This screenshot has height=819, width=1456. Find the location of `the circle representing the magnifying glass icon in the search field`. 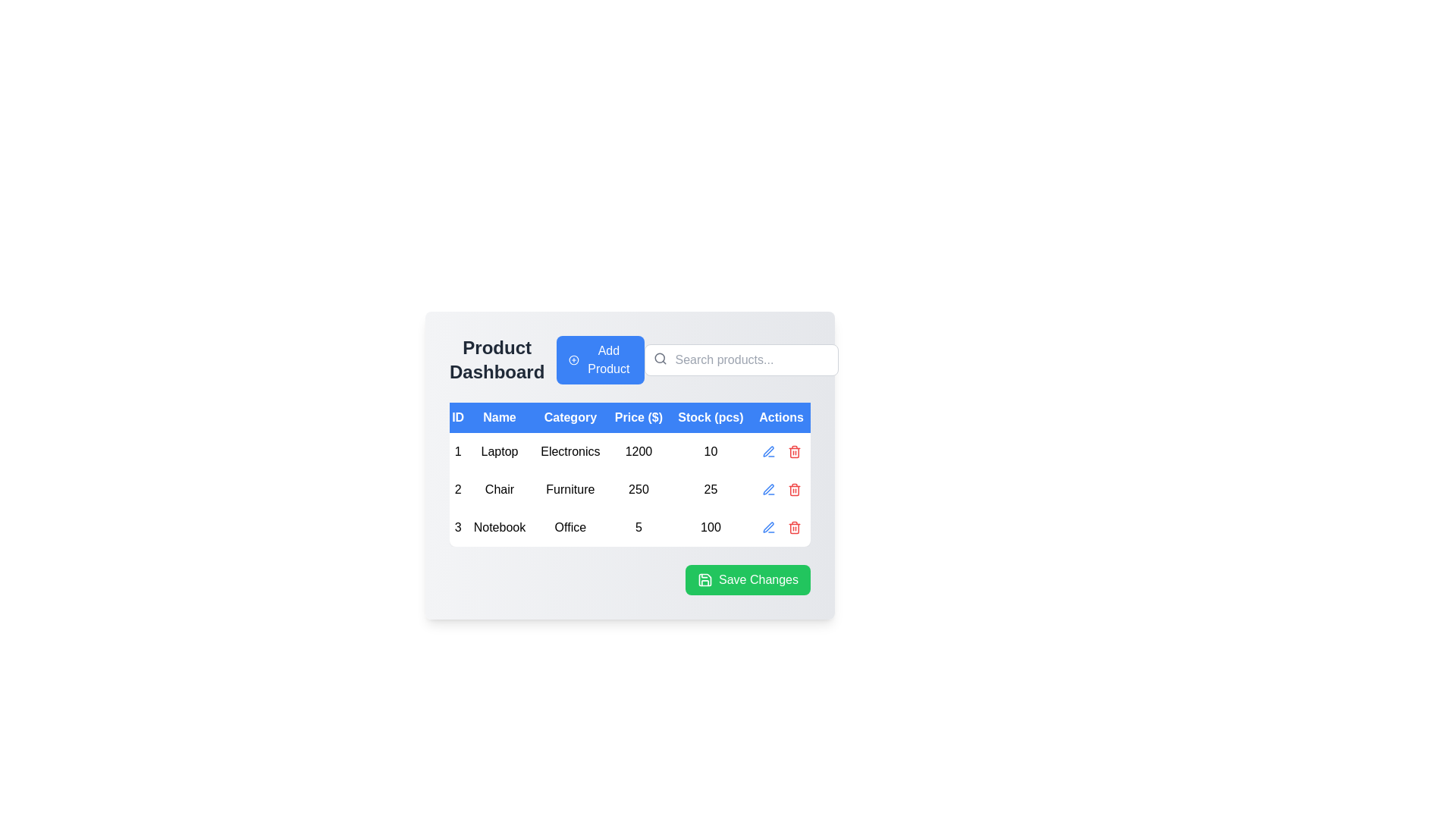

the circle representing the magnifying glass icon in the search field is located at coordinates (659, 358).